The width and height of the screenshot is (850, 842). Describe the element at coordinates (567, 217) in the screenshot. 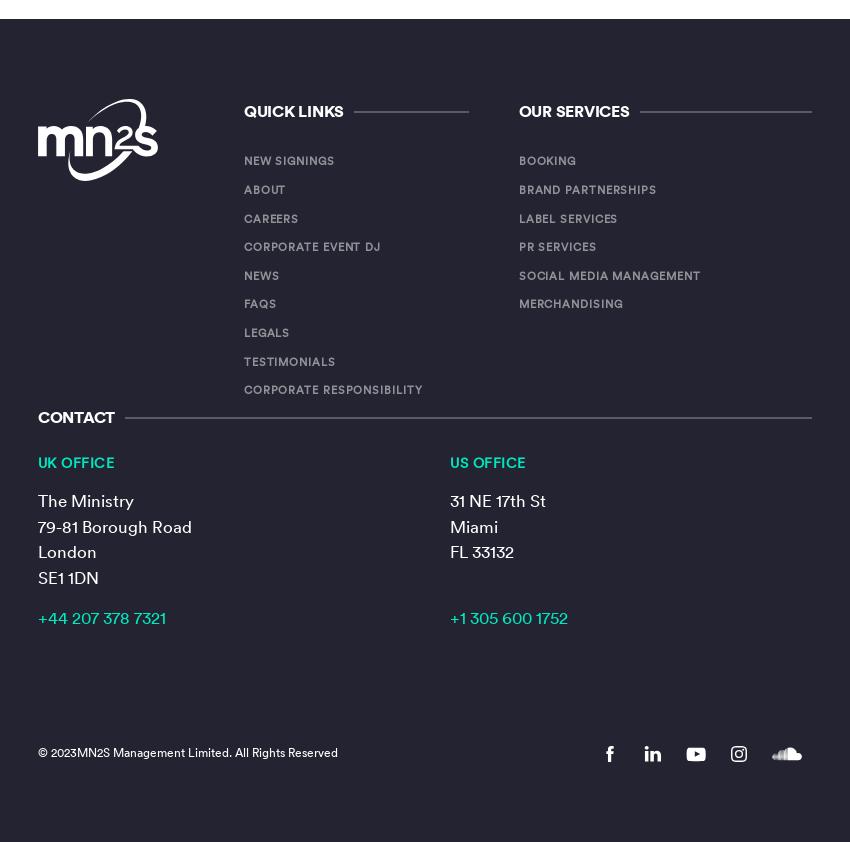

I see `'Label Services'` at that location.